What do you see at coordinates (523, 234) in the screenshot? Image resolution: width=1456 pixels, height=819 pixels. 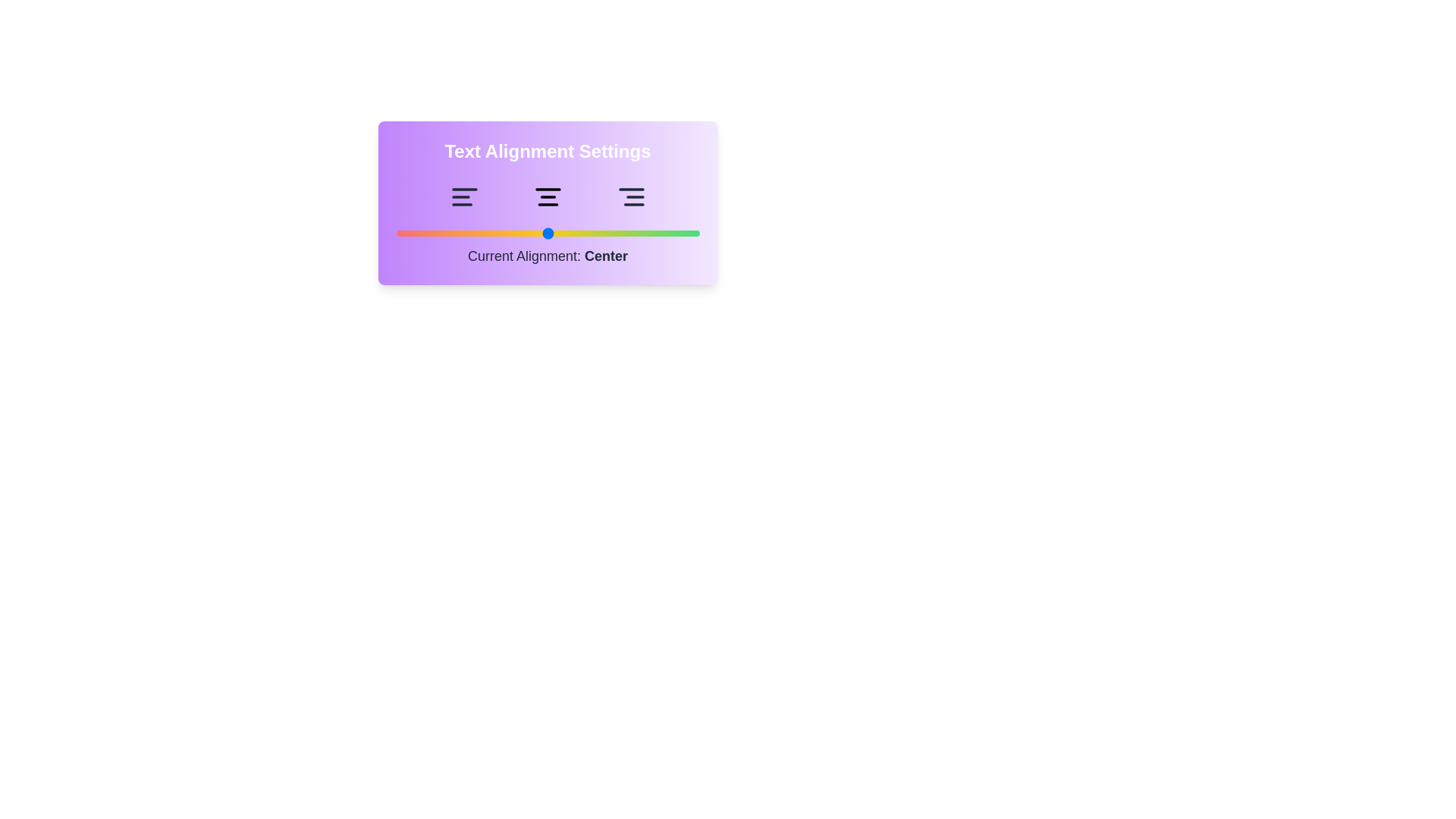 I see `the alignment slider to 42 and observe the text indicator update` at bounding box center [523, 234].